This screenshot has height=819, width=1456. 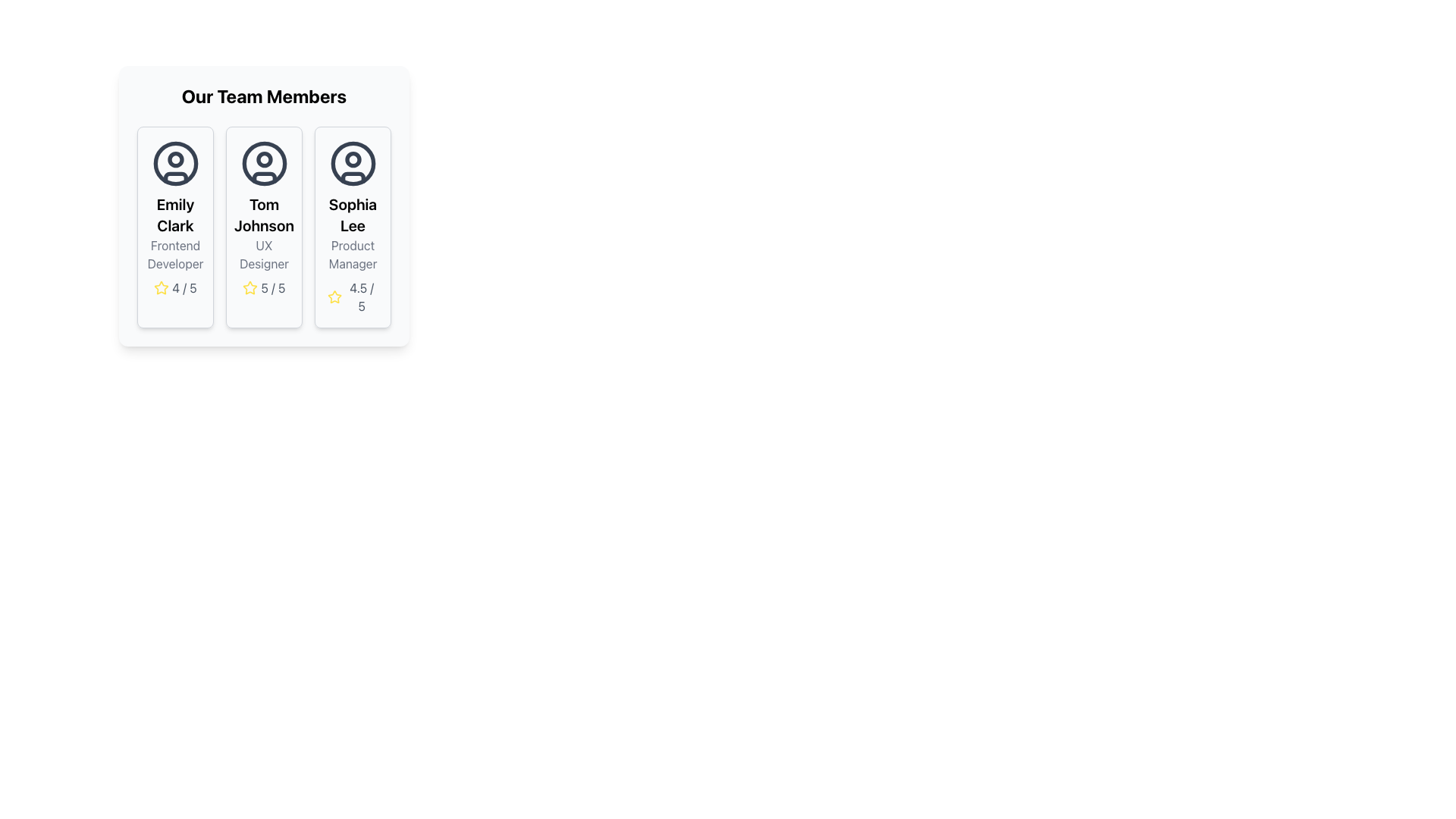 I want to click on the yellow star-shaped icon with a hollow center, which is centered within the card of the team member labeled 'Tom Johnson', so click(x=334, y=297).